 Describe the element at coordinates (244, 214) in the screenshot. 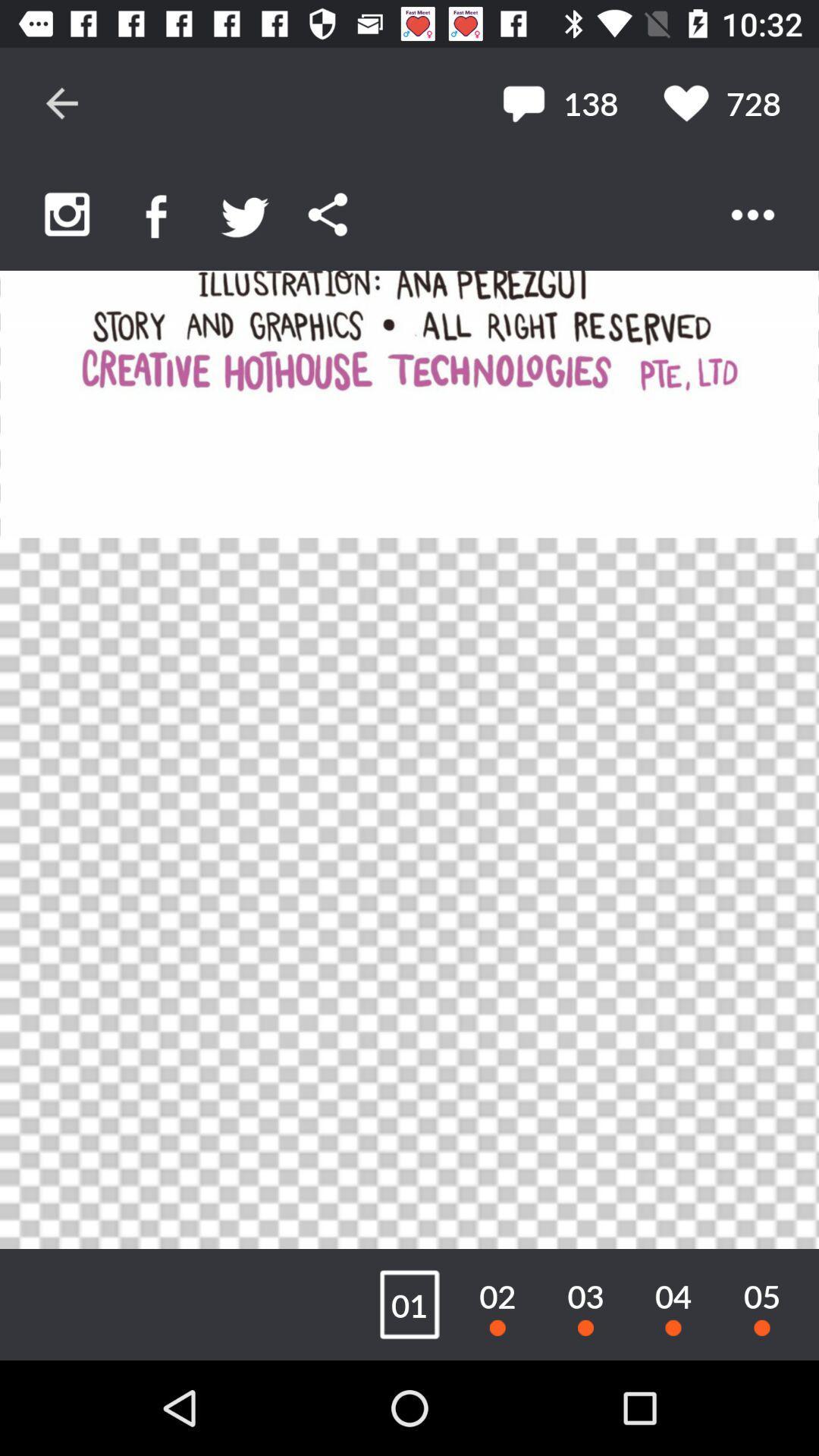

I see `the twitter icon` at that location.